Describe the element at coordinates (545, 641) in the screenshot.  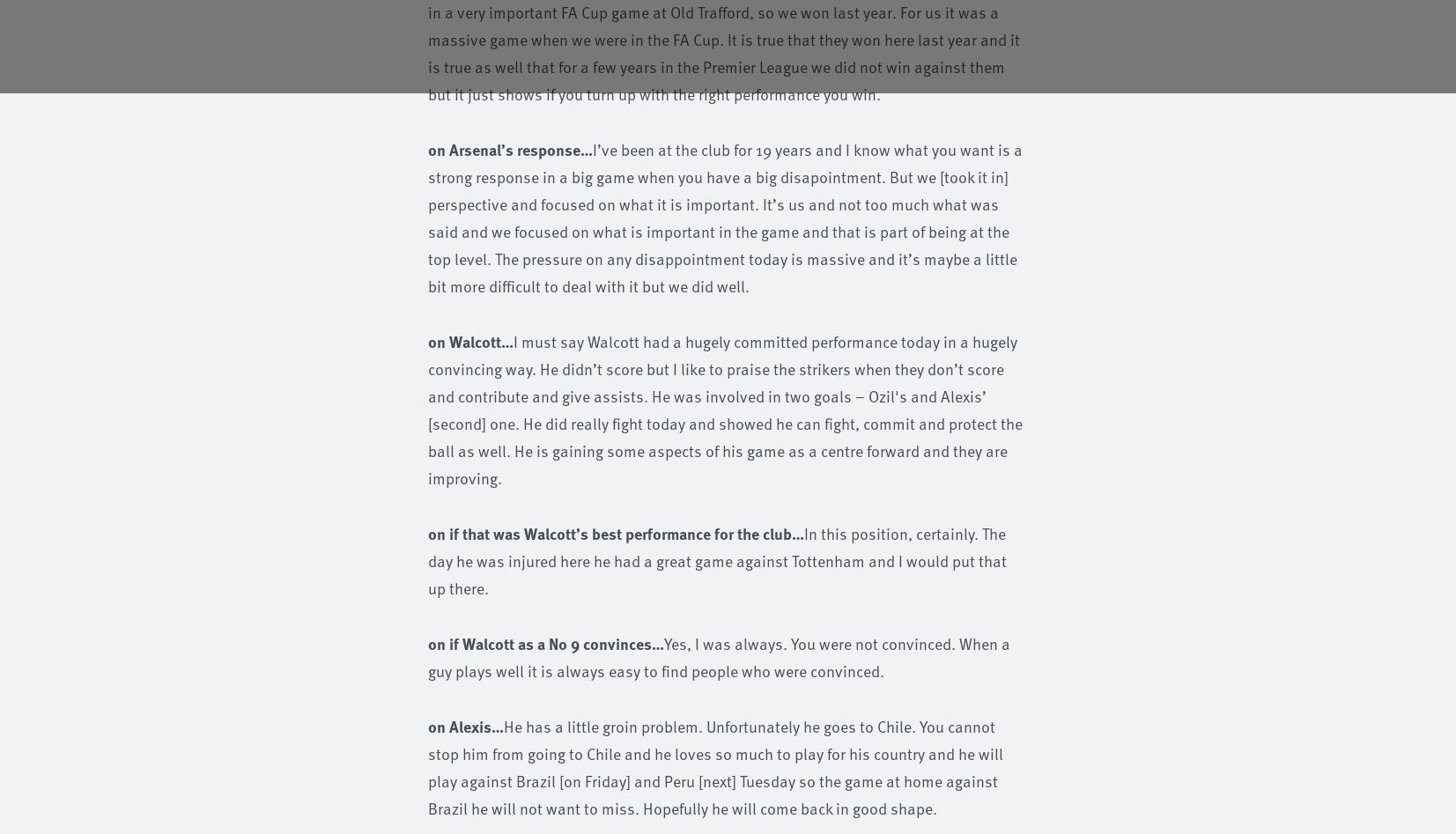
I see `'on if Walcott as a No 9 convinces…'` at that location.